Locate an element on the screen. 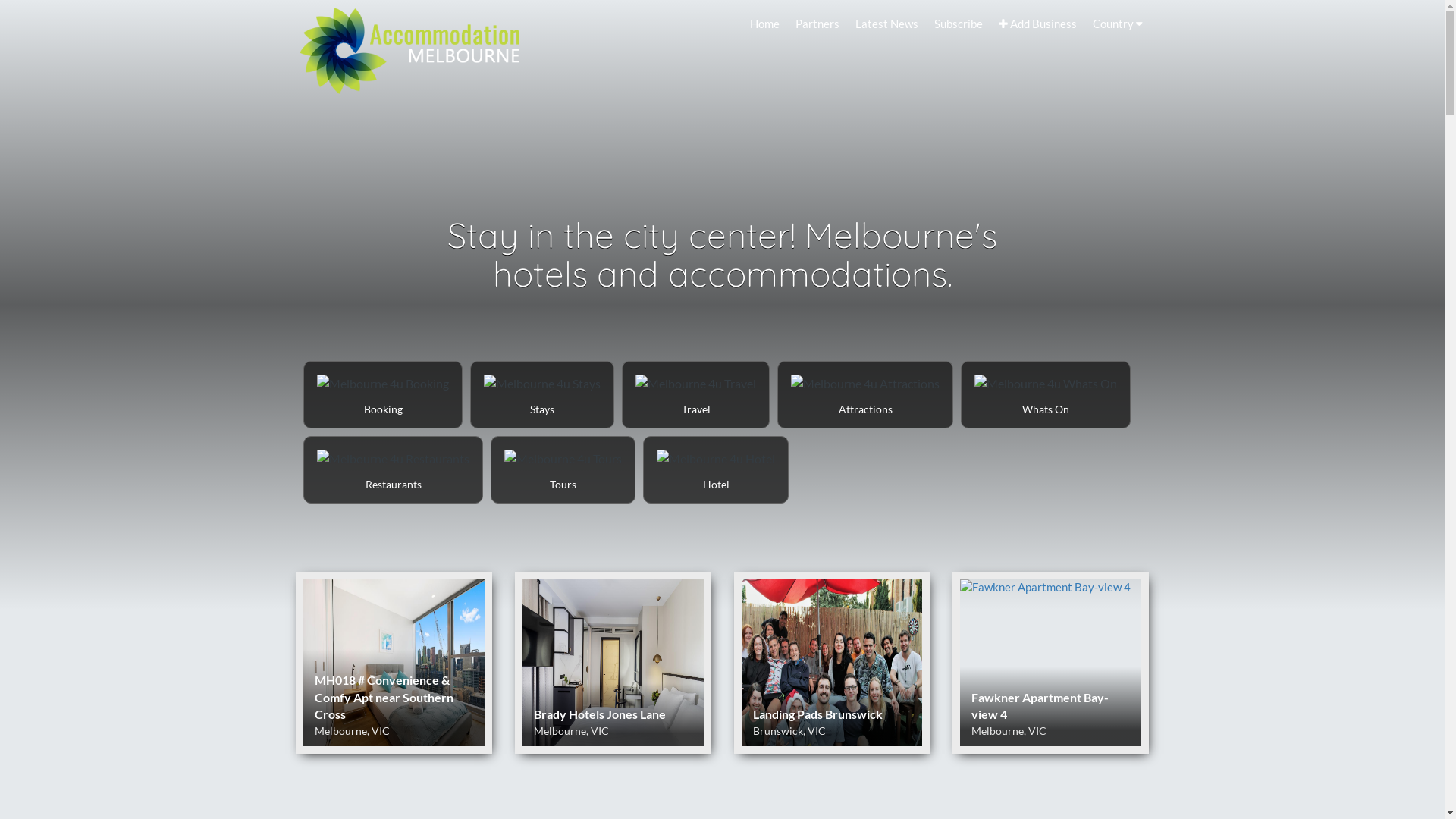 The height and width of the screenshot is (819, 1456). 'Melbourne 4u Home Page' is located at coordinates (409, 46).